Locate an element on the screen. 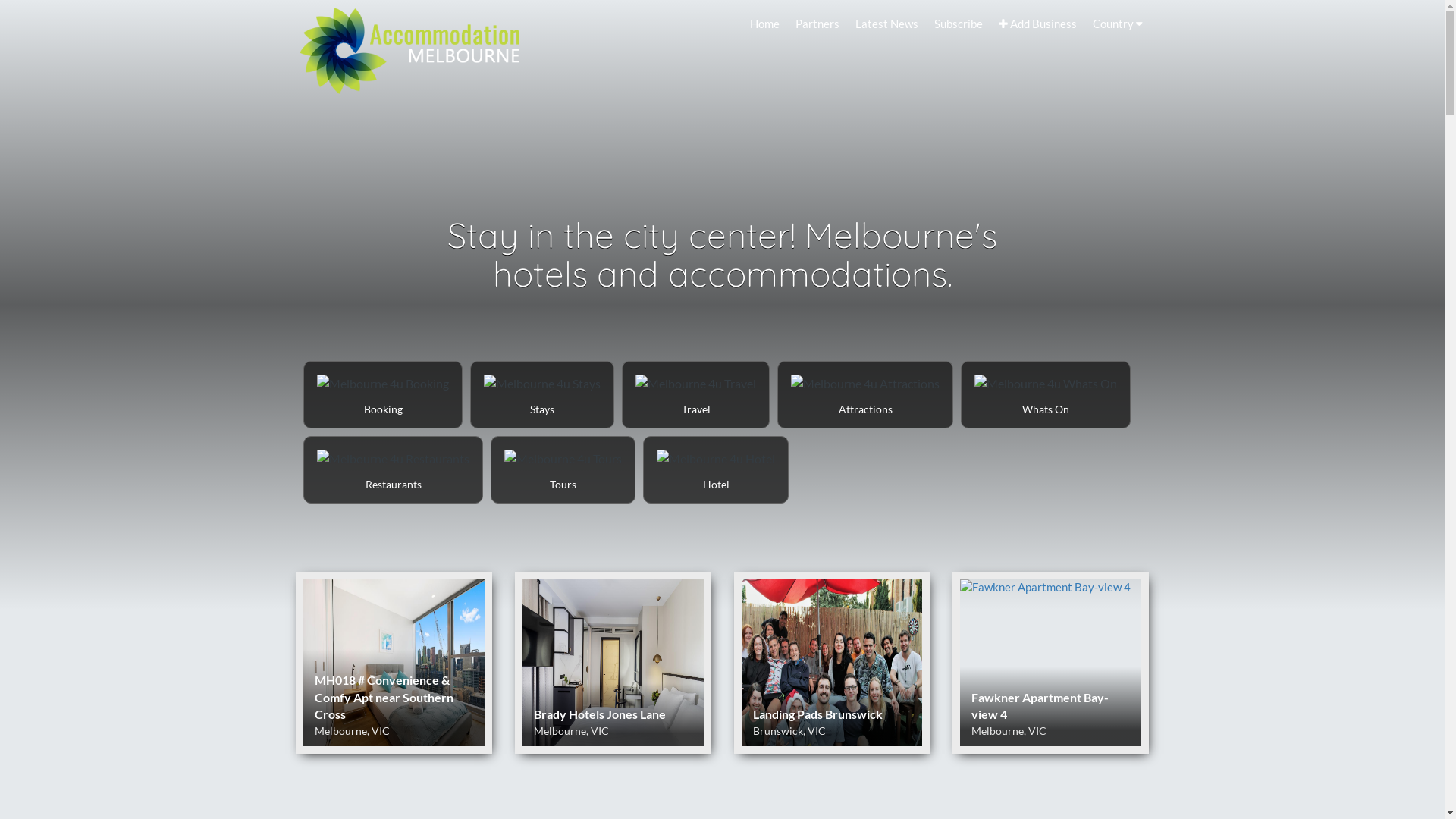 The height and width of the screenshot is (819, 1456). 'Melbourne 4u Home Page' is located at coordinates (409, 46).